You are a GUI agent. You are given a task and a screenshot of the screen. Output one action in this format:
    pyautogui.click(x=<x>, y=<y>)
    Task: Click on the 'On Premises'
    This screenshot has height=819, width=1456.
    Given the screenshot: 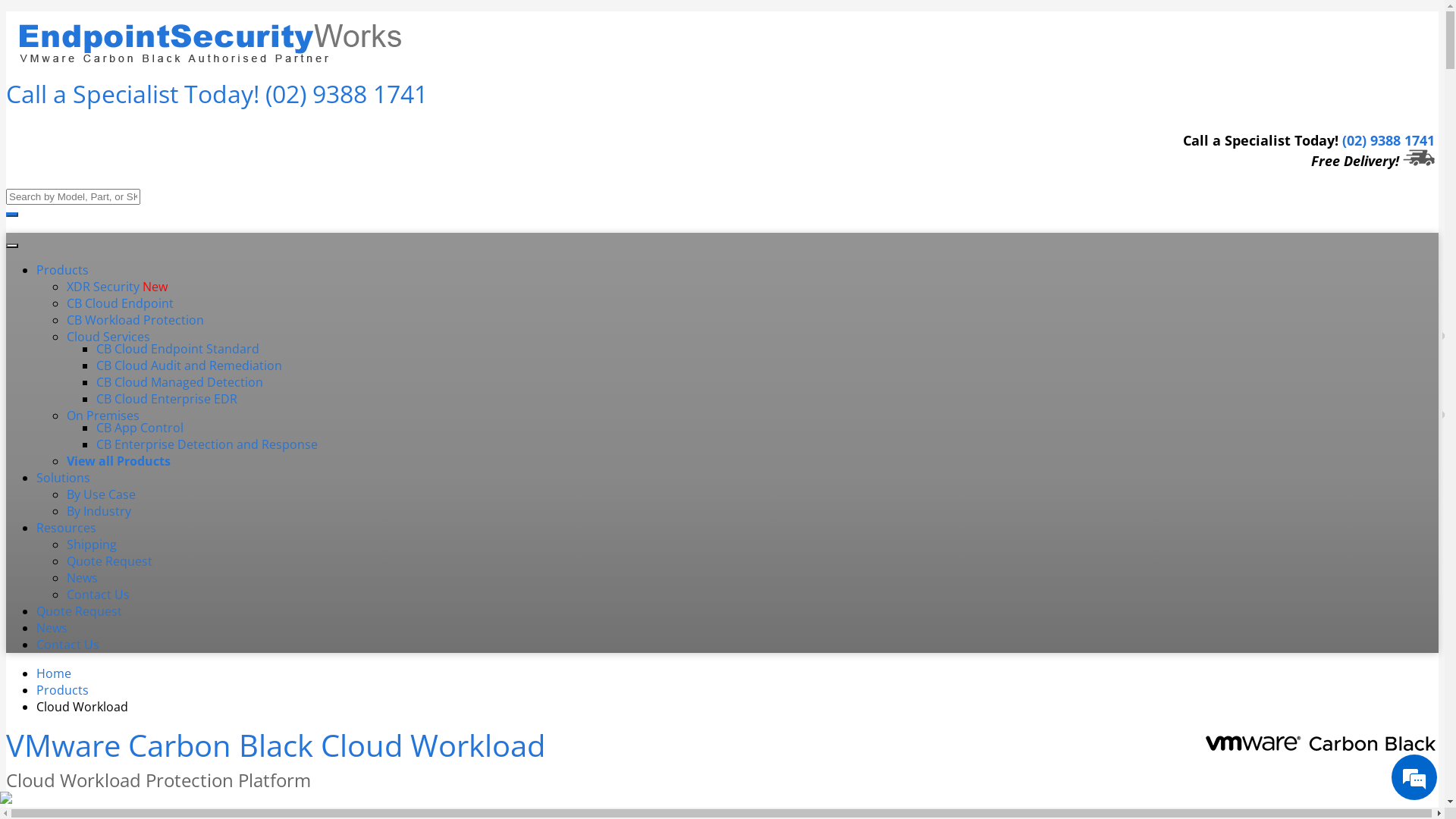 What is the action you would take?
    pyautogui.click(x=102, y=415)
    